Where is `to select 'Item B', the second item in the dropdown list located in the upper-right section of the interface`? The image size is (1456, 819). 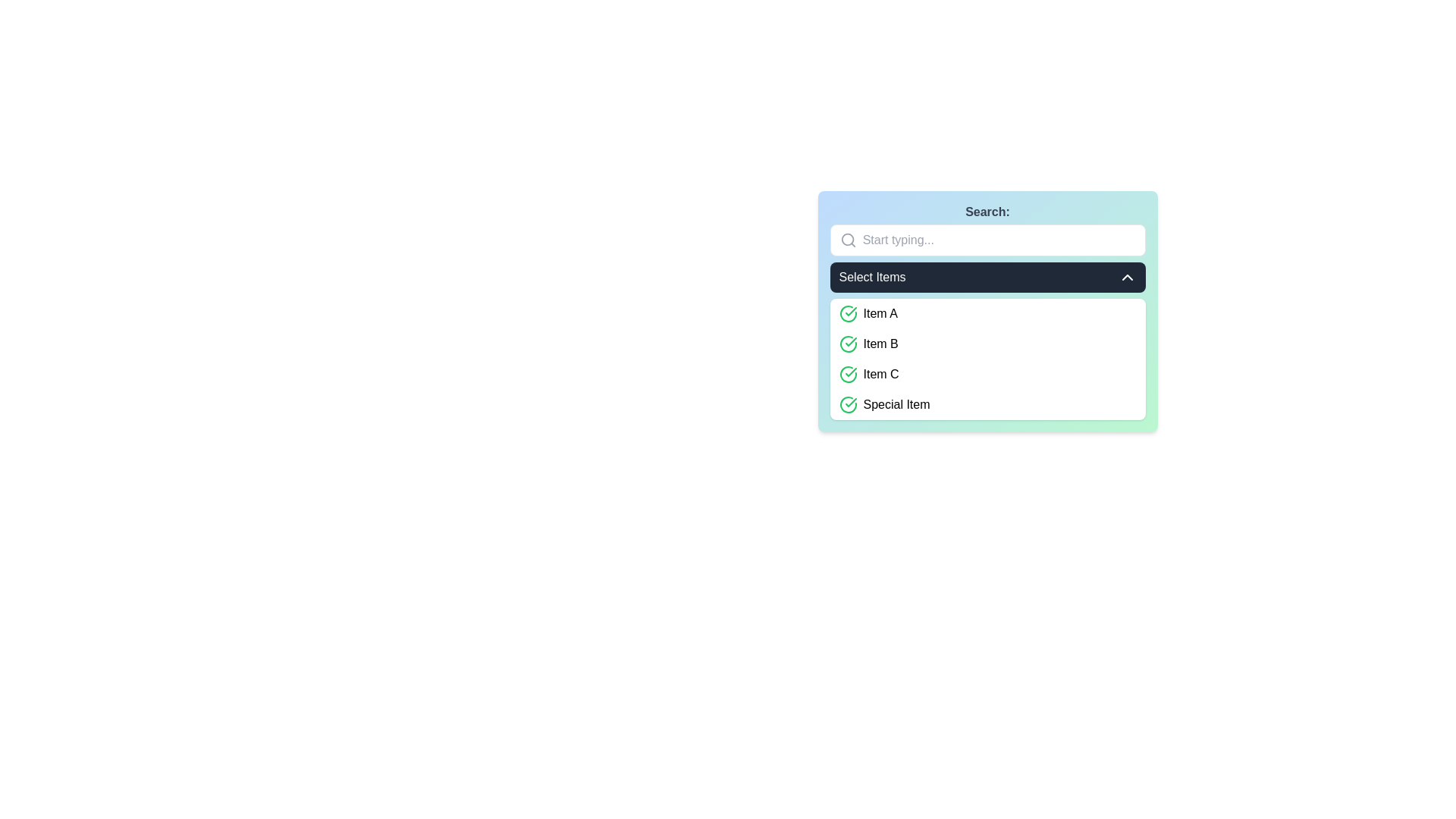 to select 'Item B', the second item in the dropdown list located in the upper-right section of the interface is located at coordinates (987, 344).